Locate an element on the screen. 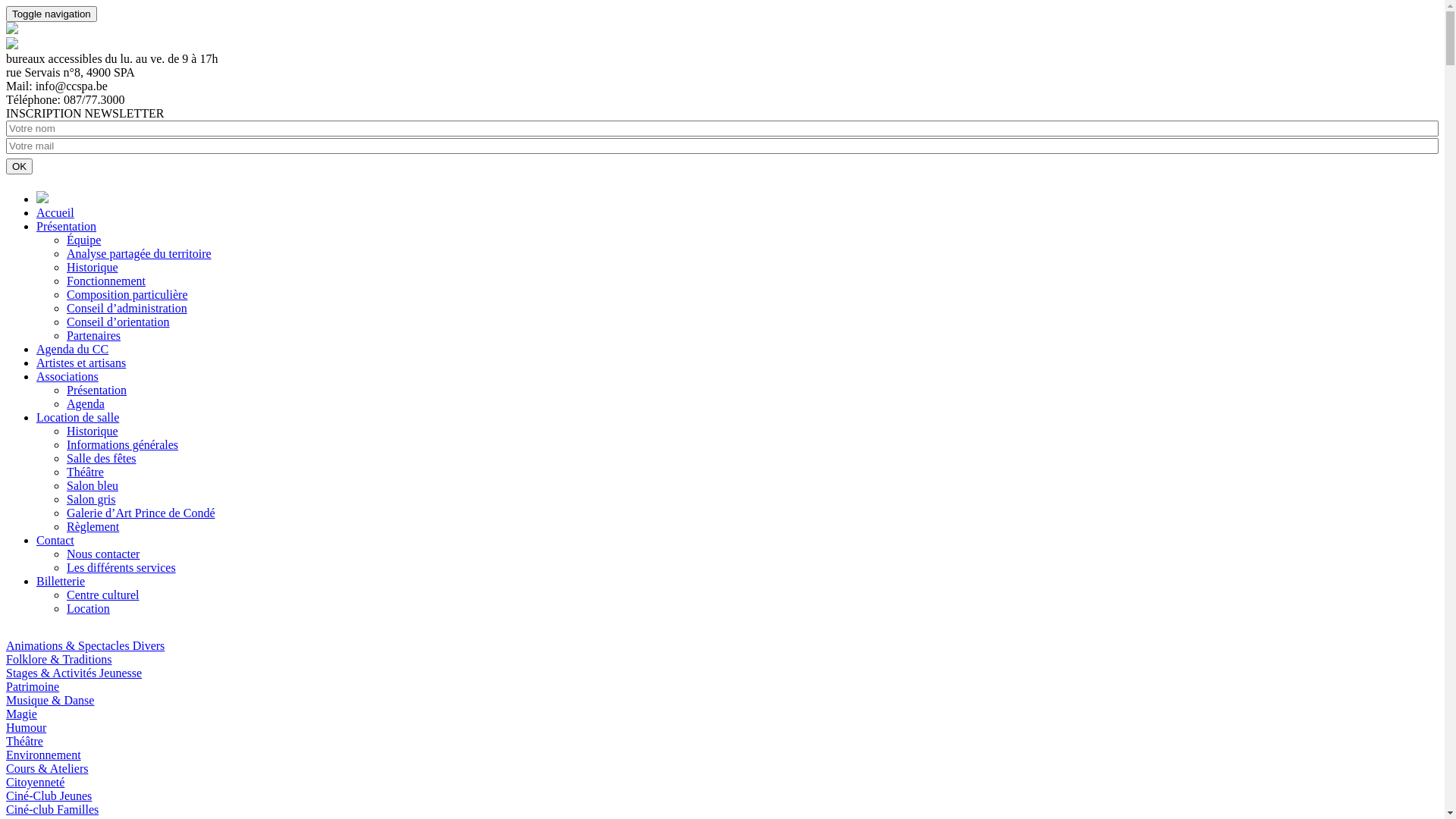 The width and height of the screenshot is (1456, 819). 'Patrimoine' is located at coordinates (33, 686).